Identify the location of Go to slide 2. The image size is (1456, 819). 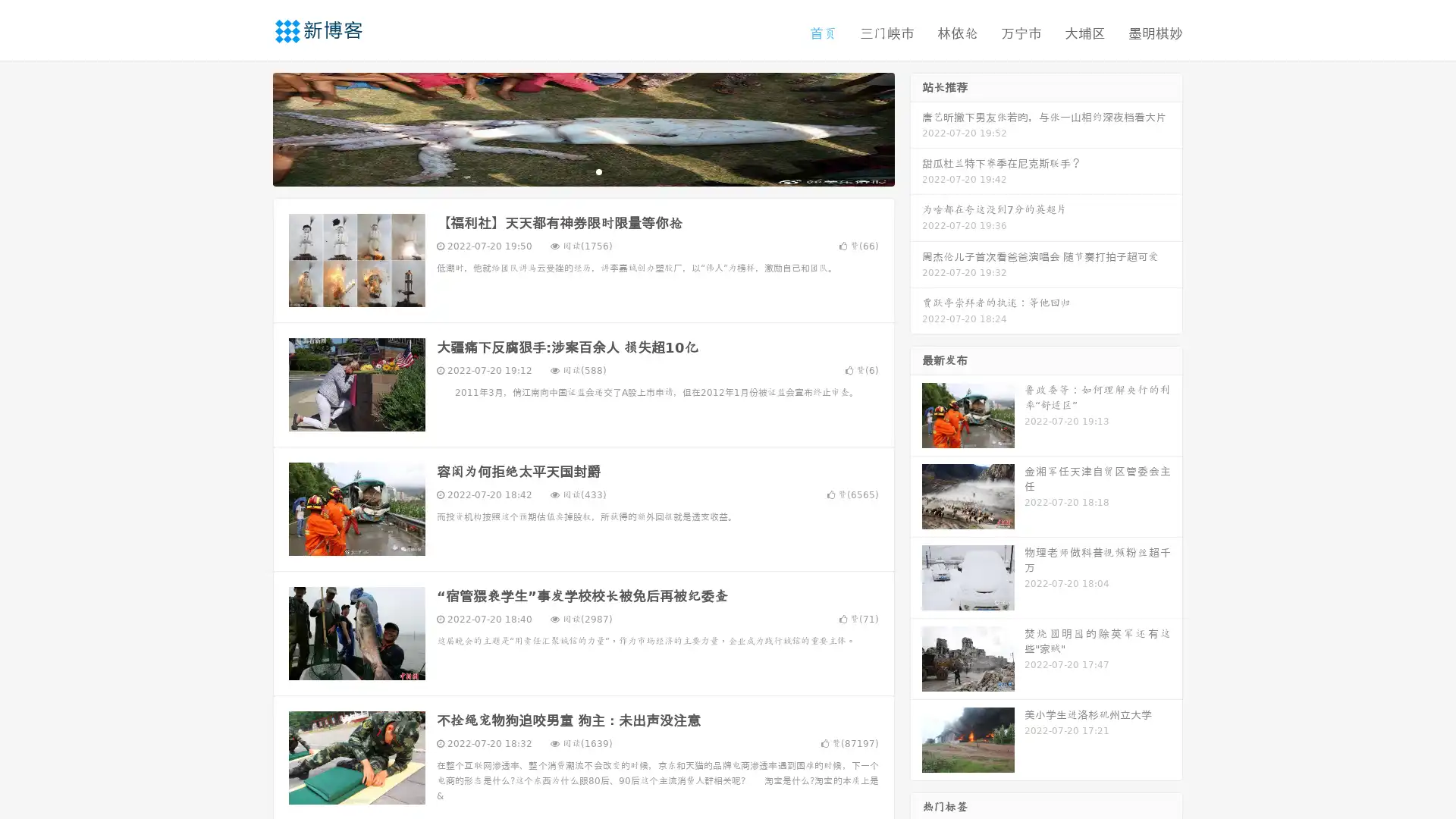
(582, 171).